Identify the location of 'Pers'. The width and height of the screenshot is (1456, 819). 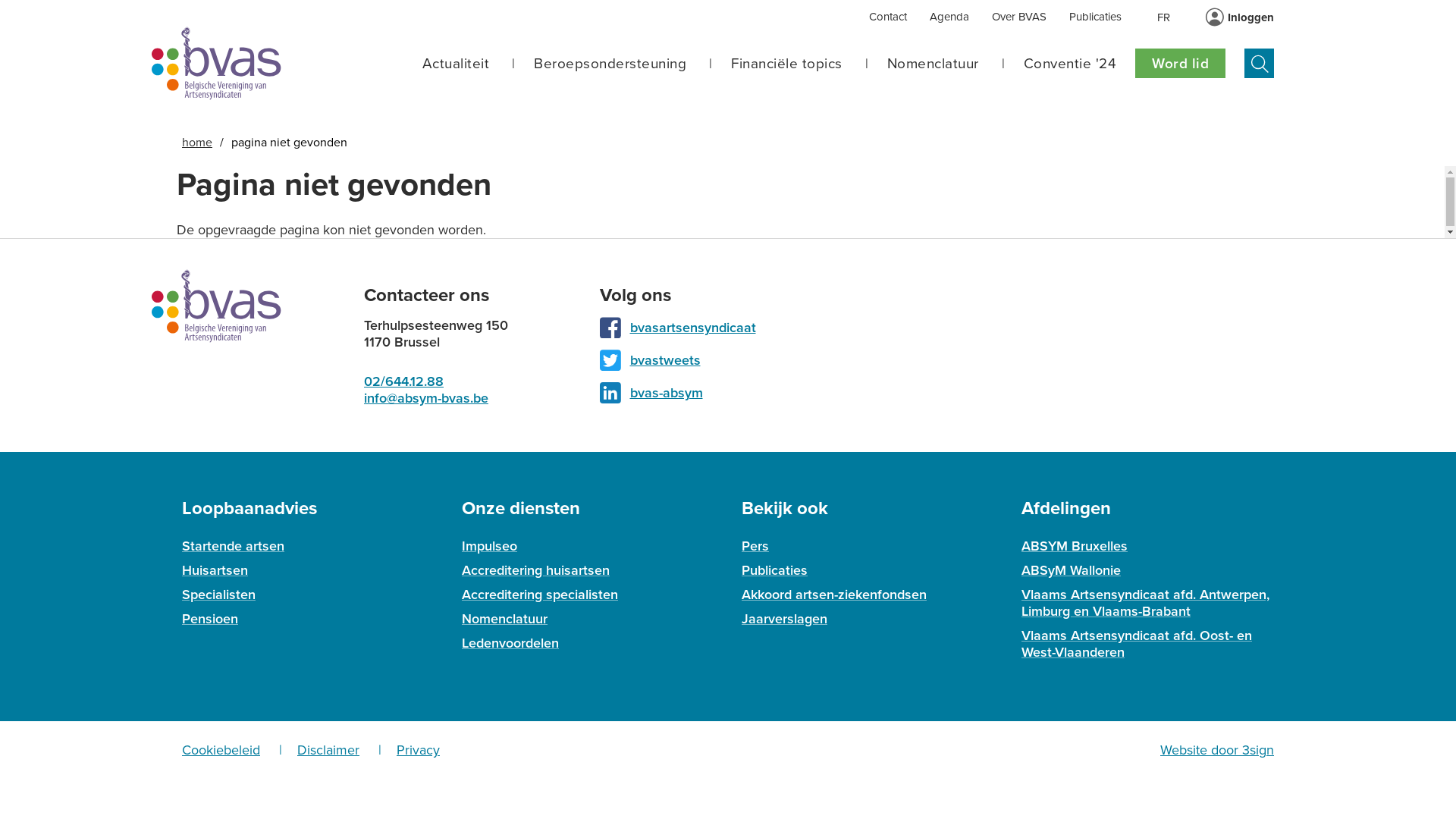
(755, 546).